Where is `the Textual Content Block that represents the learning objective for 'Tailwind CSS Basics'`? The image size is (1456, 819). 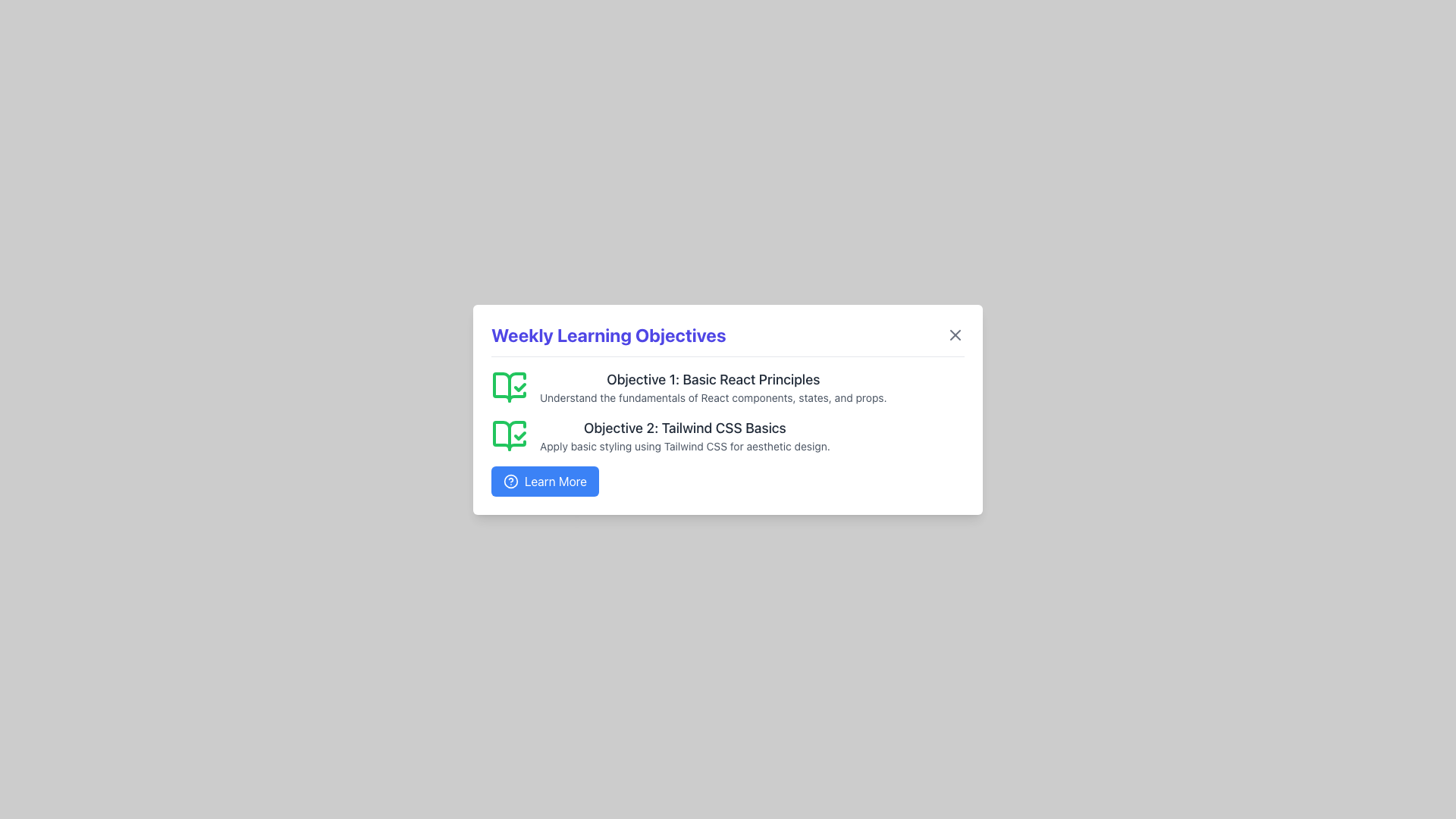 the Textual Content Block that represents the learning objective for 'Tailwind CSS Basics' is located at coordinates (684, 435).